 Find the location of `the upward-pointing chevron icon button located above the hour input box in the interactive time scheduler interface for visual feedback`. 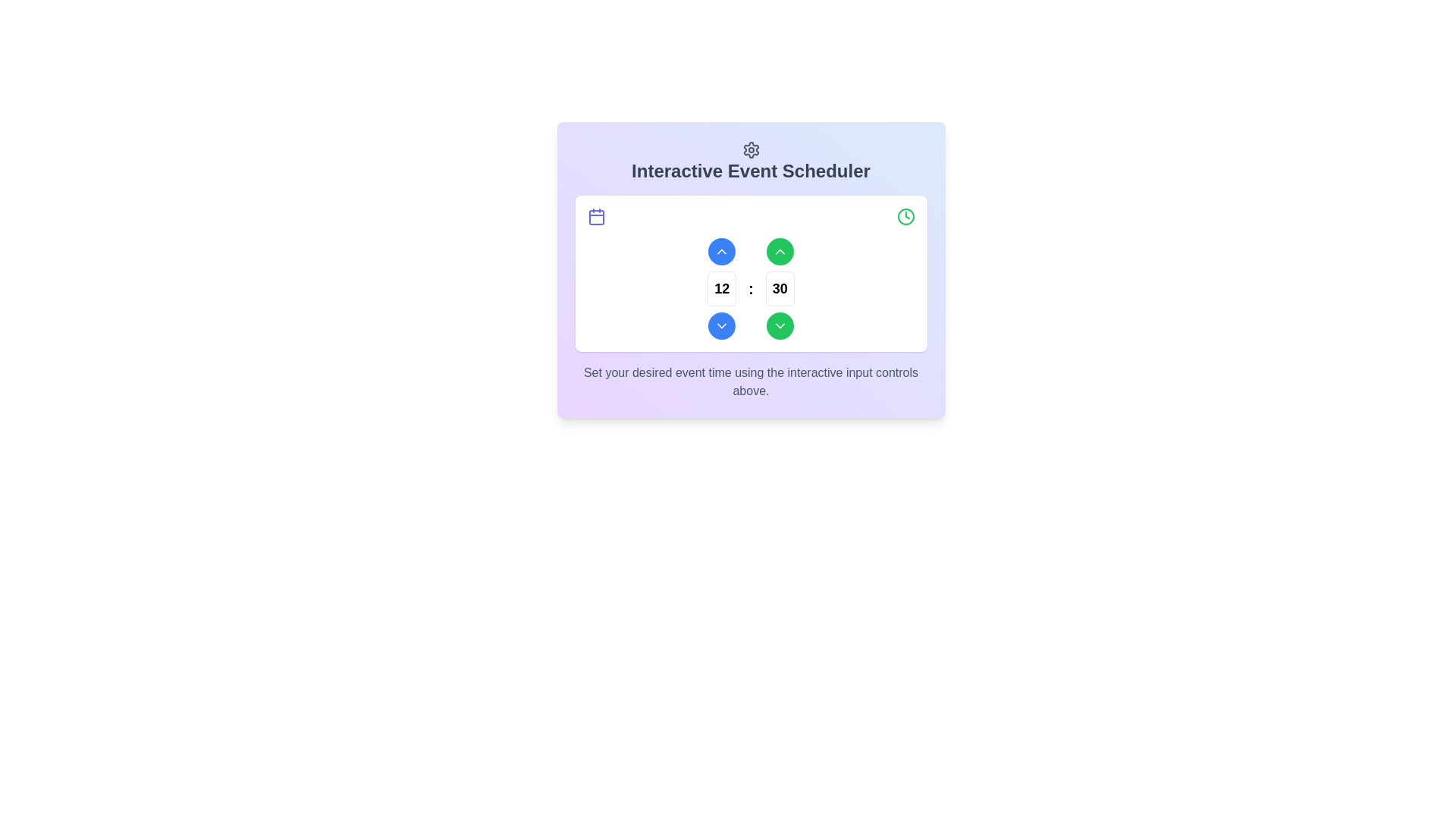

the upward-pointing chevron icon button located above the hour input box in the interactive time scheduler interface for visual feedback is located at coordinates (721, 250).